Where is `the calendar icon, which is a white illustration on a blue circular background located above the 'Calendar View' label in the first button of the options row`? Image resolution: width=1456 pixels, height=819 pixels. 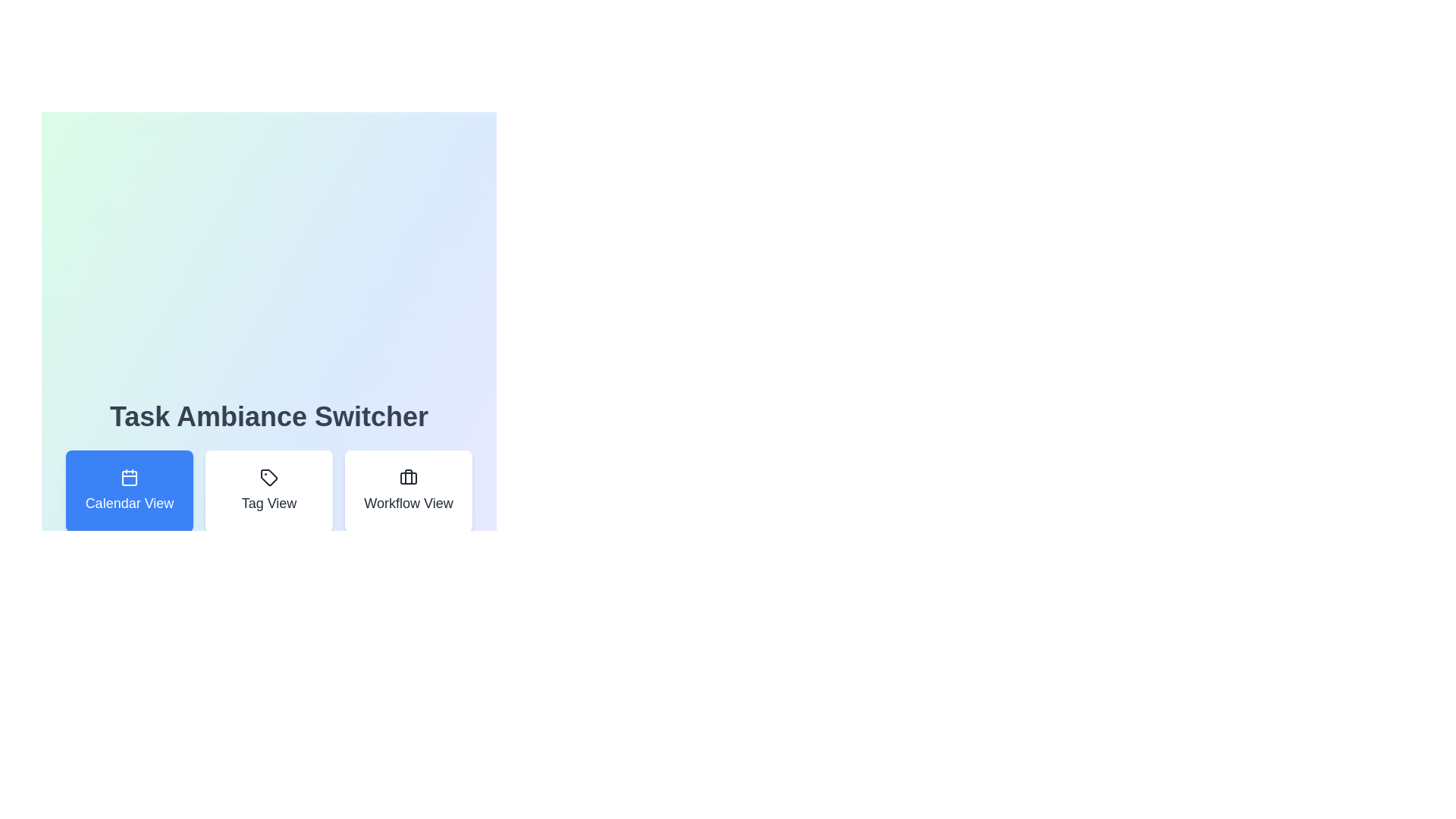
the calendar icon, which is a white illustration on a blue circular background located above the 'Calendar View' label in the first button of the options row is located at coordinates (130, 476).